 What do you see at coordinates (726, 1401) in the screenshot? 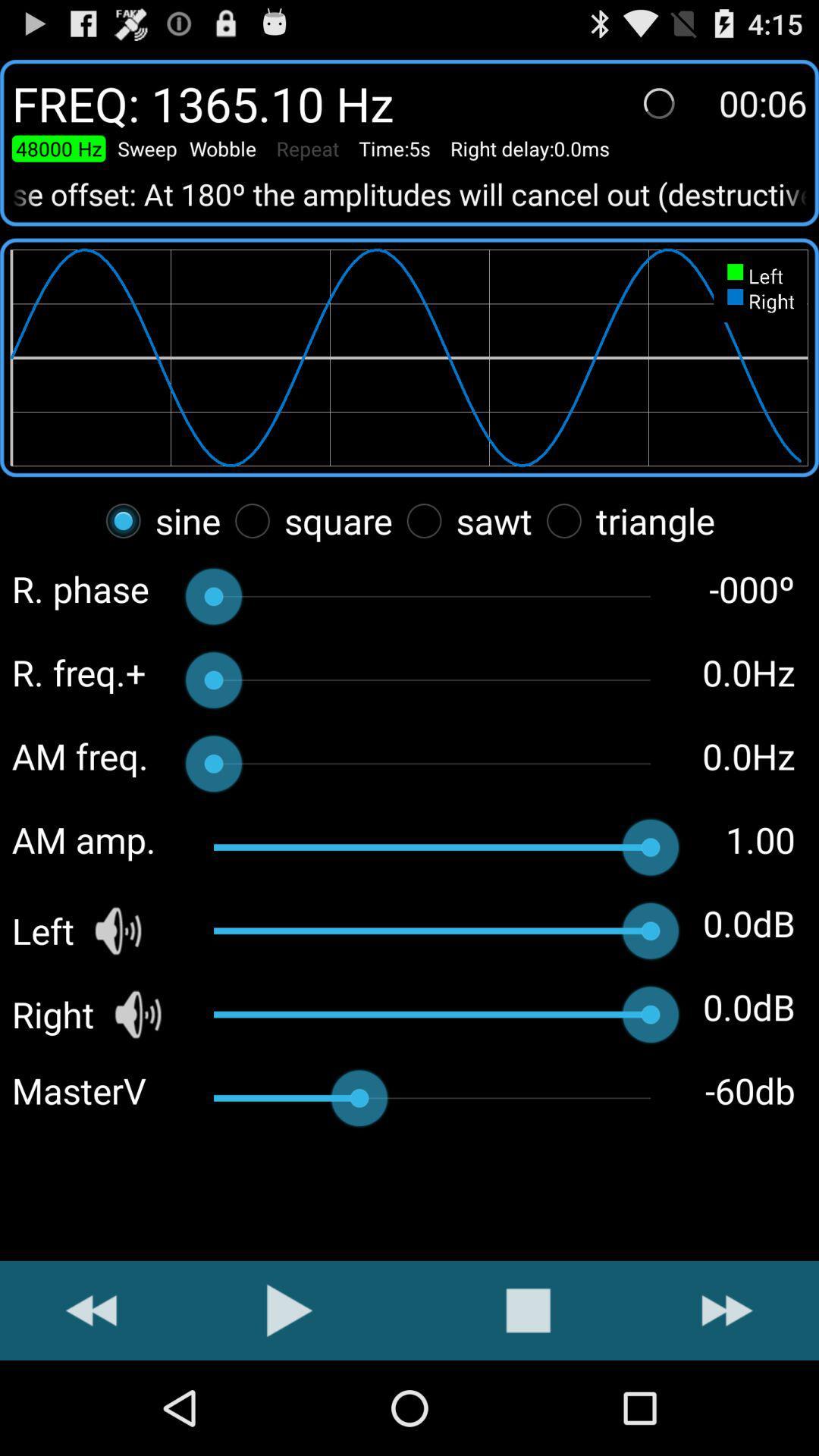
I see `the av_forward icon` at bounding box center [726, 1401].